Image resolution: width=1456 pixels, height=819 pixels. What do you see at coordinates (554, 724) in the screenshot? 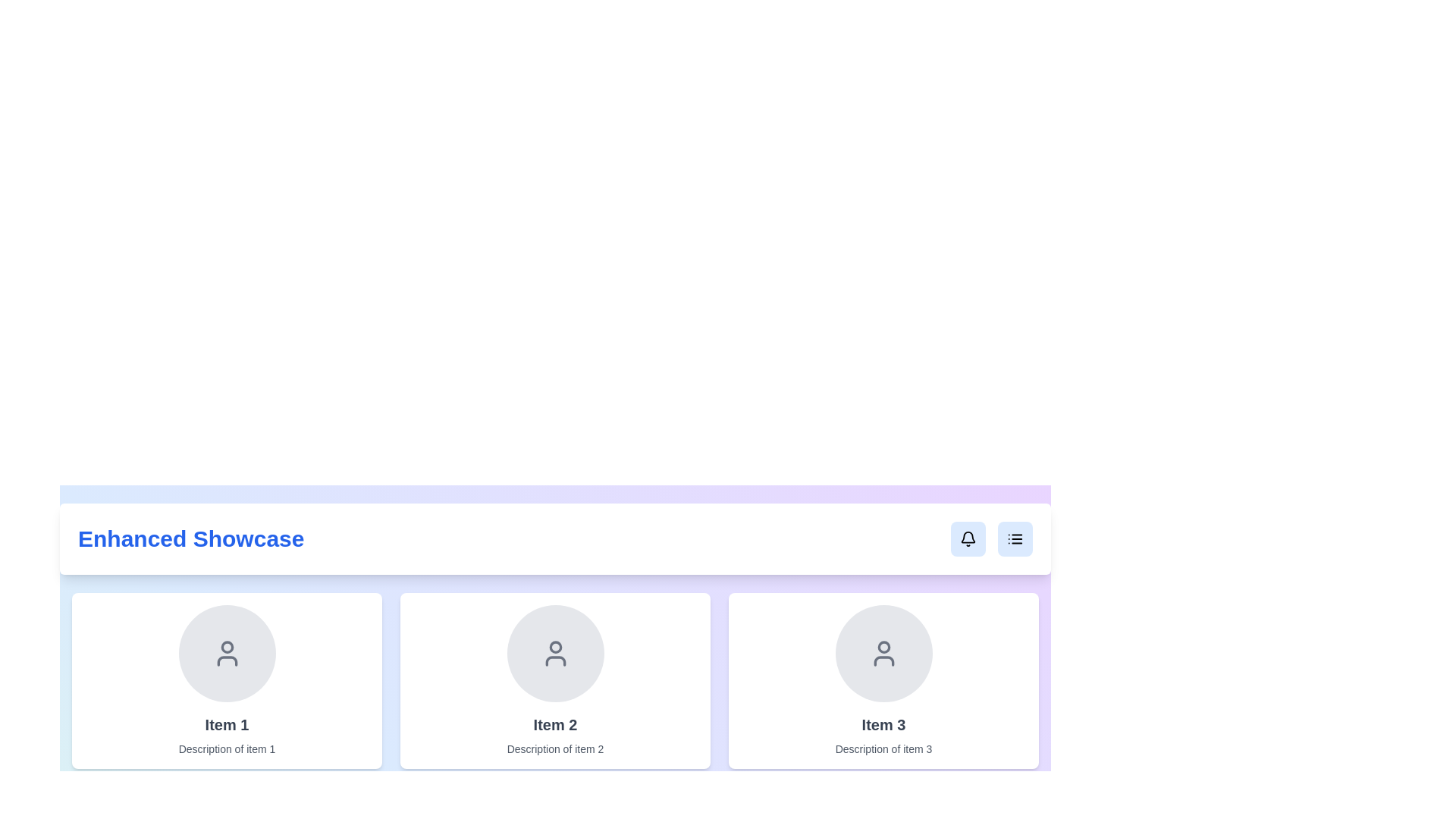
I see `text content of the bold title located in the middle card of a three-card layout, positioned beneath the circular icon and above the description 'Description of item 2'` at bounding box center [554, 724].